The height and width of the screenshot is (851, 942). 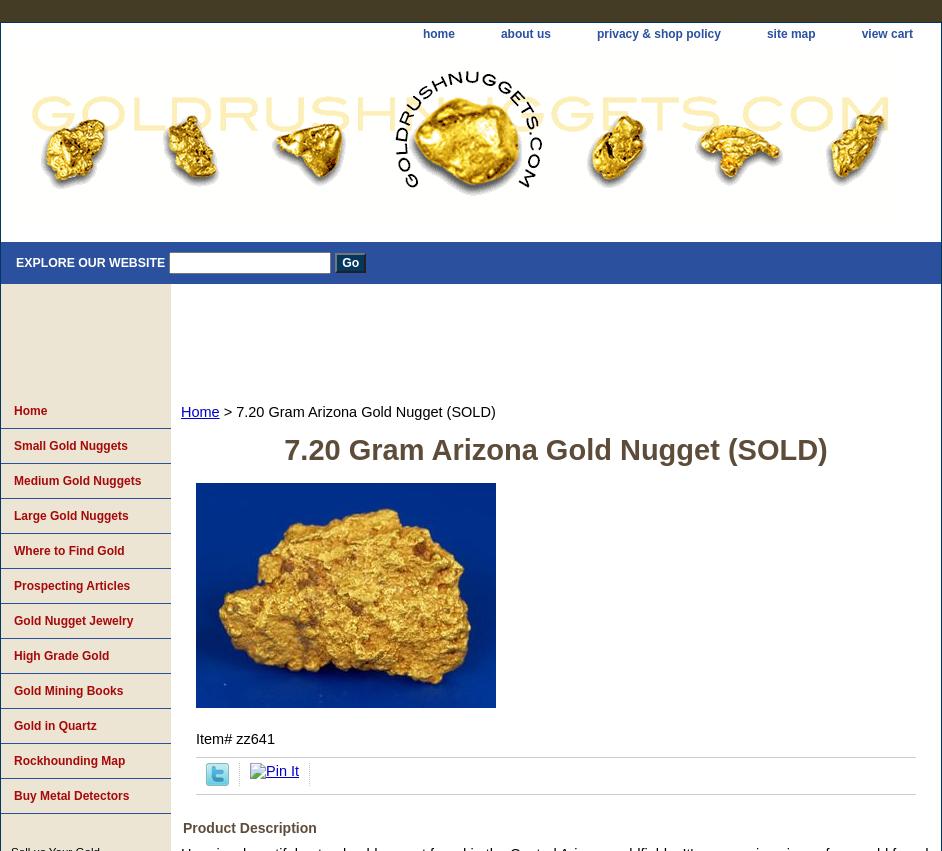 What do you see at coordinates (656, 33) in the screenshot?
I see `'privacy & shop policy'` at bounding box center [656, 33].